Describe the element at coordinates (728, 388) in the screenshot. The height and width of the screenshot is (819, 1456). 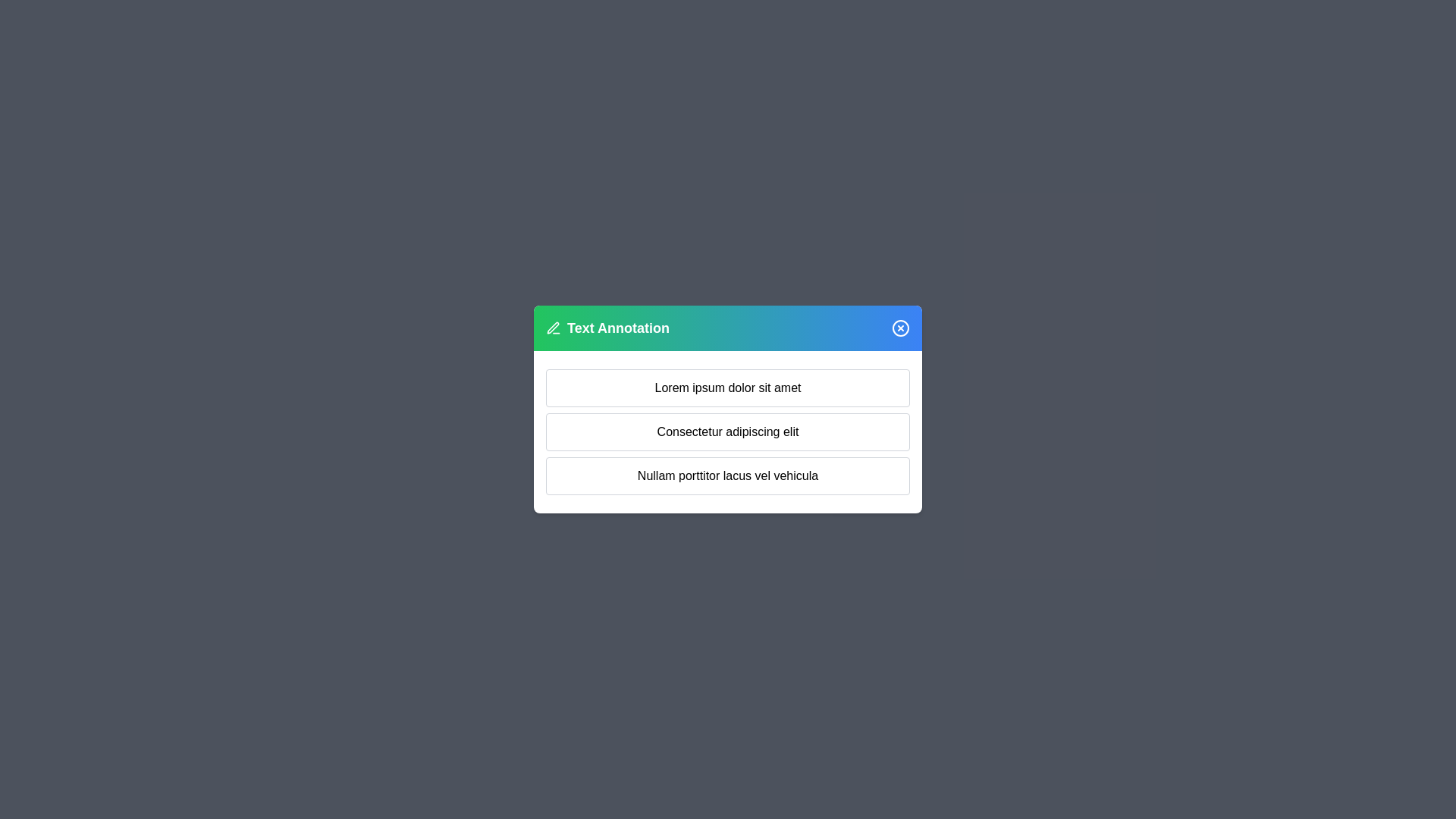
I see `the text block Lorem ipsum dolor sit amet for annotation` at that location.